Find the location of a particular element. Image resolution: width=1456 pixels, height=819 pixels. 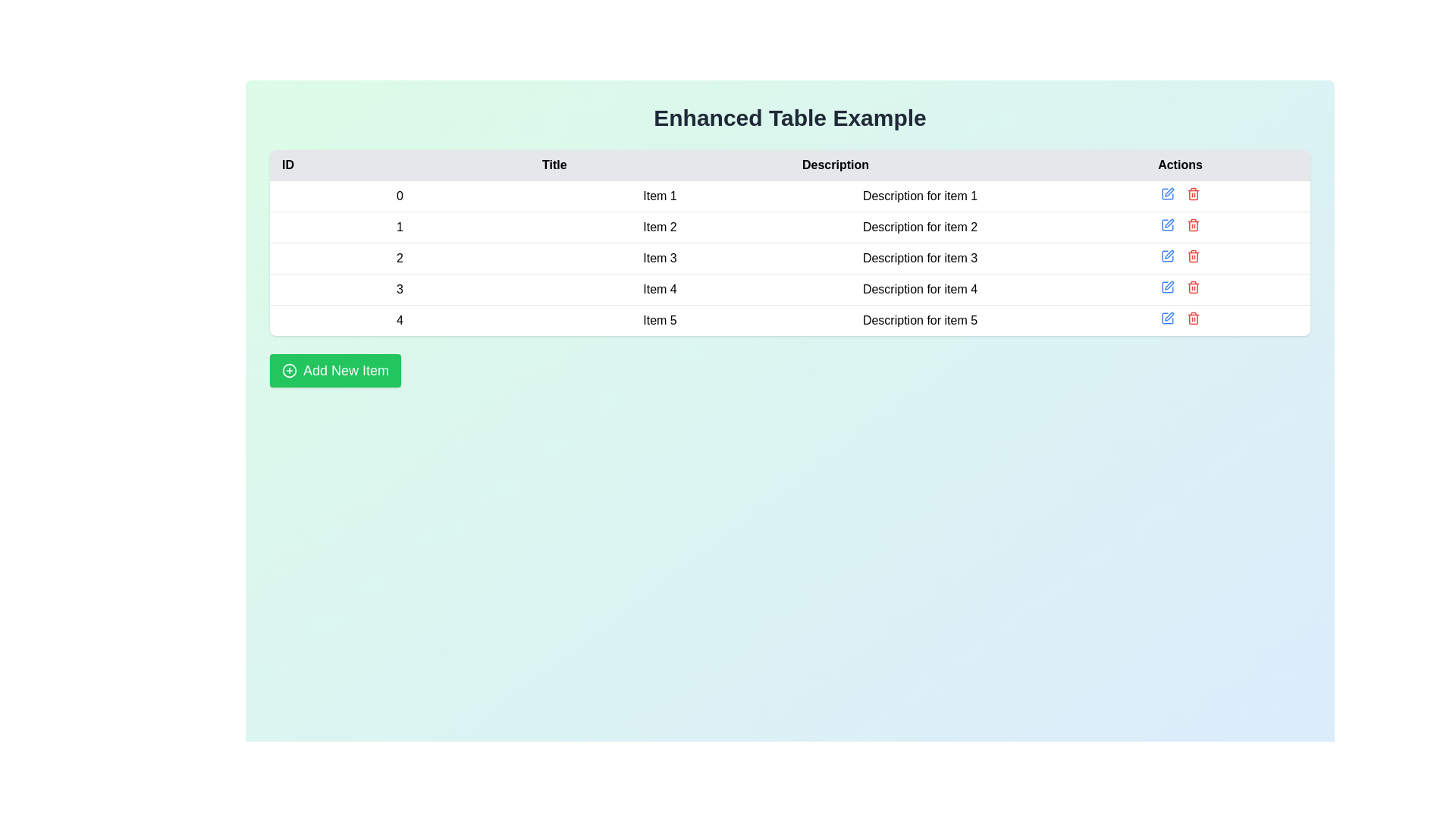

the descriptive text label for 'Item 5' located in the last row of the table, specifically in the 'Description' column is located at coordinates (919, 319).